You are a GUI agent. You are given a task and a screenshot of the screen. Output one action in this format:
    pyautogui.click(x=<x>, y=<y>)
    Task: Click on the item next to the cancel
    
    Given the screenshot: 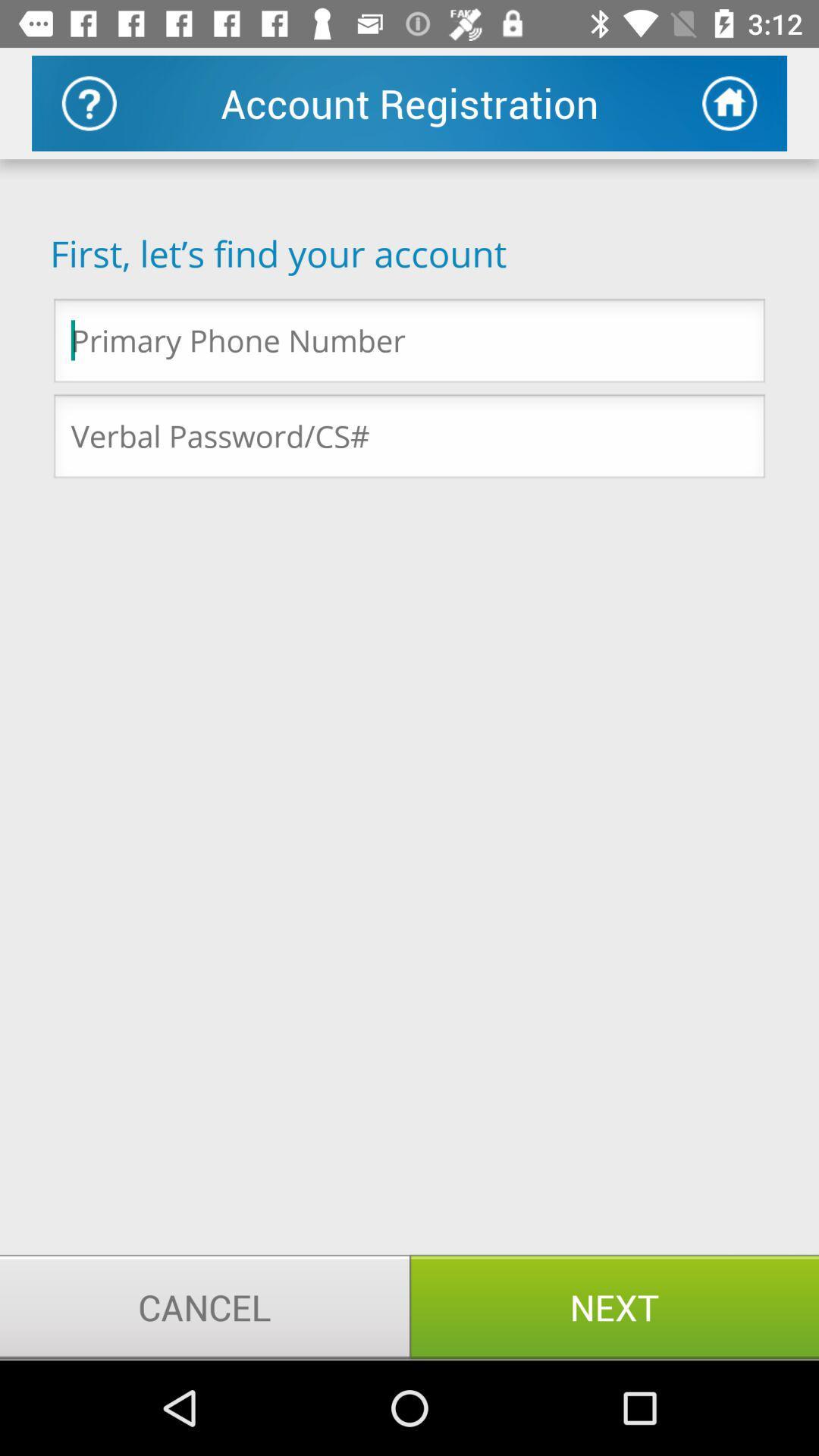 What is the action you would take?
    pyautogui.click(x=614, y=1306)
    